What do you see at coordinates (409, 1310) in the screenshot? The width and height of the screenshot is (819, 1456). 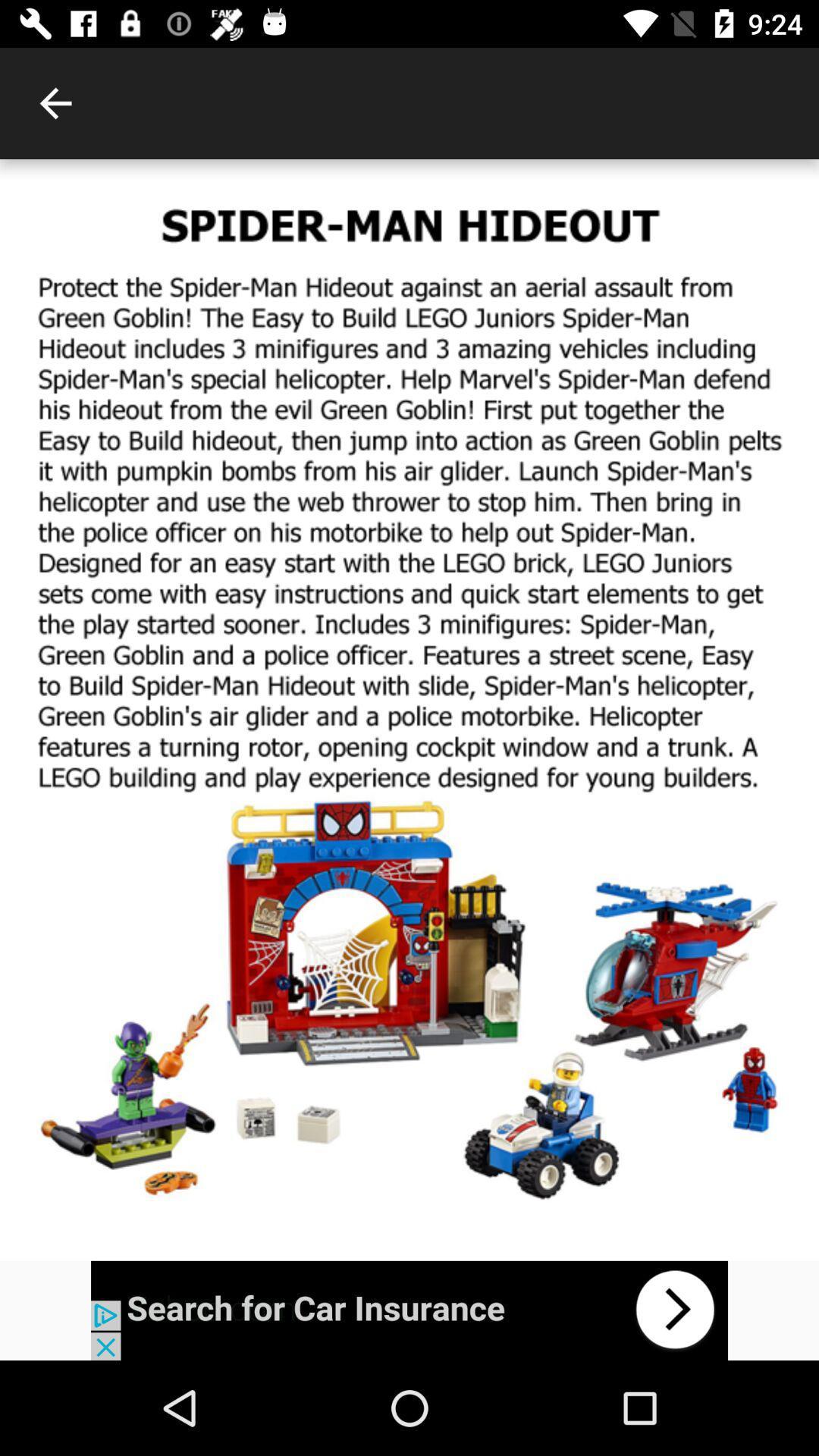 I see `search` at bounding box center [409, 1310].